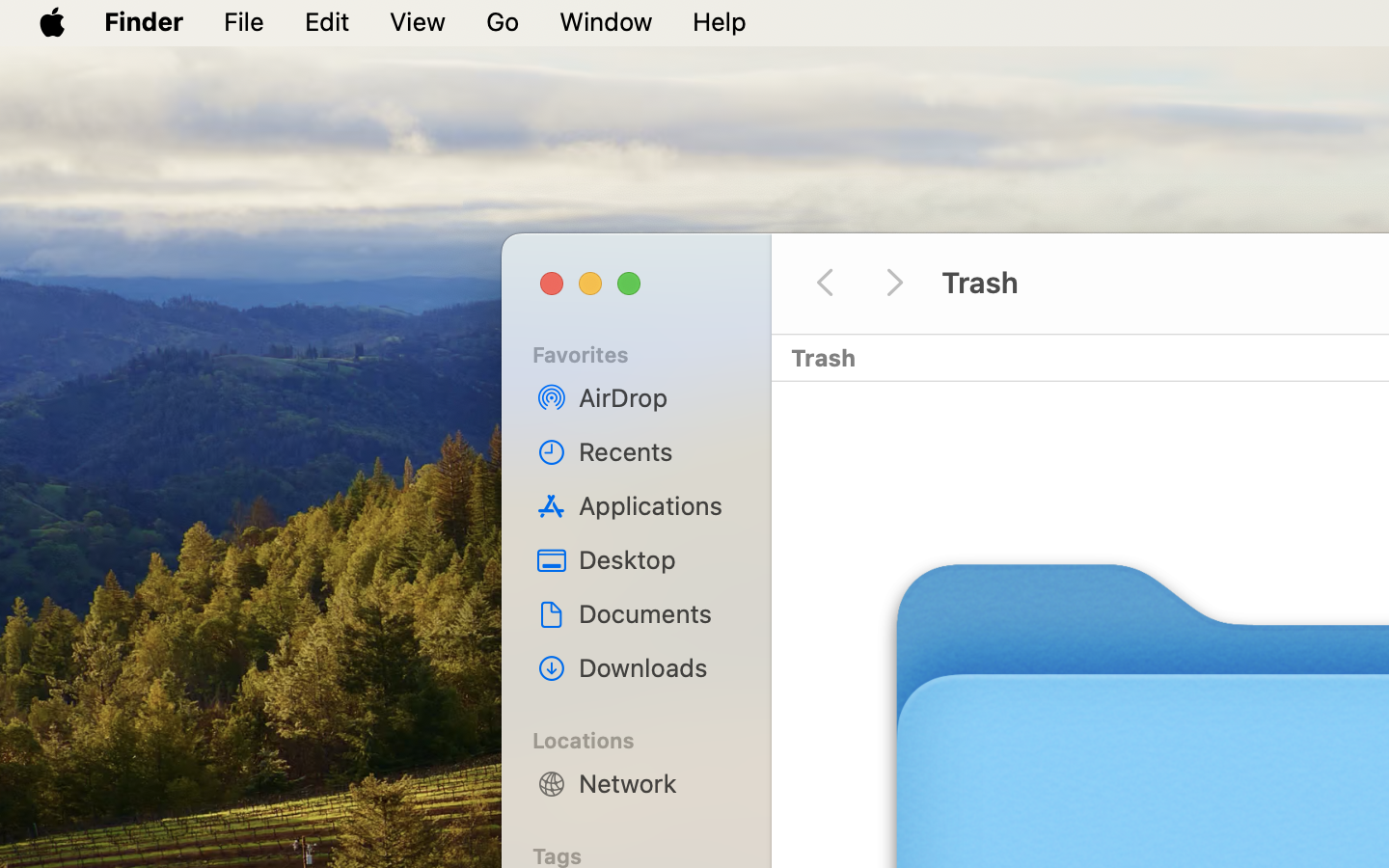 This screenshot has height=868, width=1389. I want to click on 'Desktop', so click(656, 558).